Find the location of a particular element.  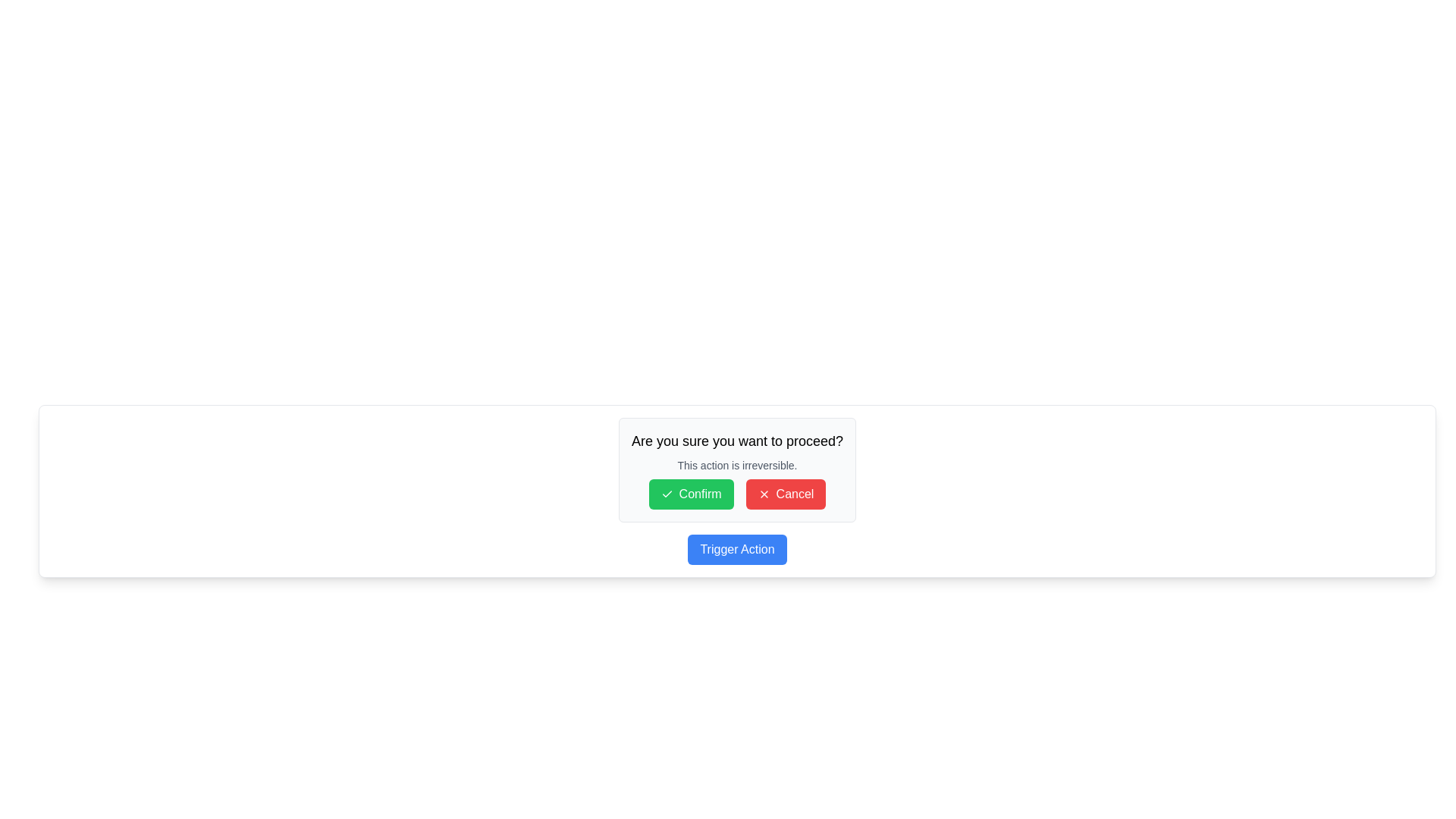

the checkmark icon embedded in the leftmost part of the 'Confirm' button, which visually represents the action of confirming is located at coordinates (667, 494).